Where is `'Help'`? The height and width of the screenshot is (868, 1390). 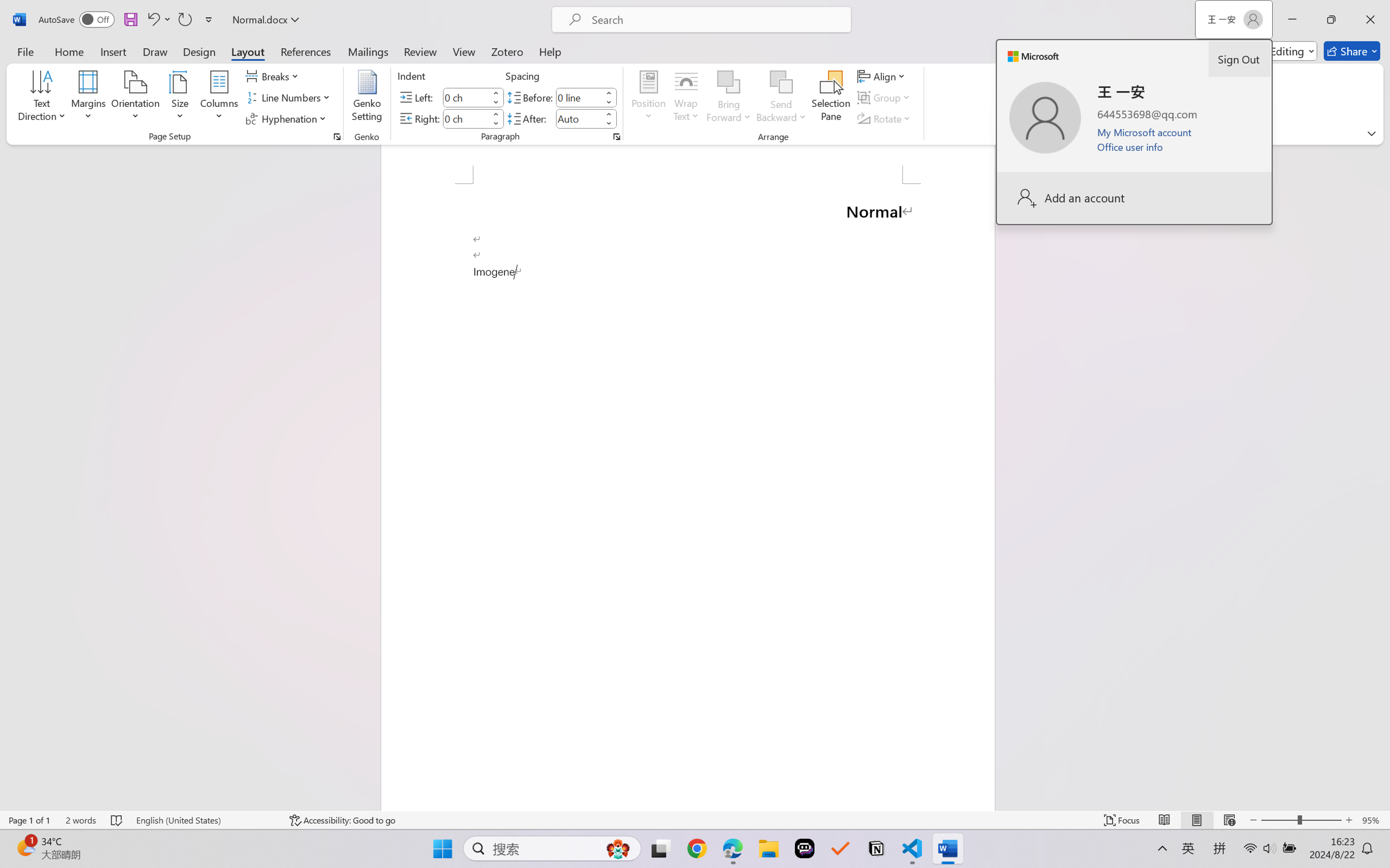 'Help' is located at coordinates (549, 51).